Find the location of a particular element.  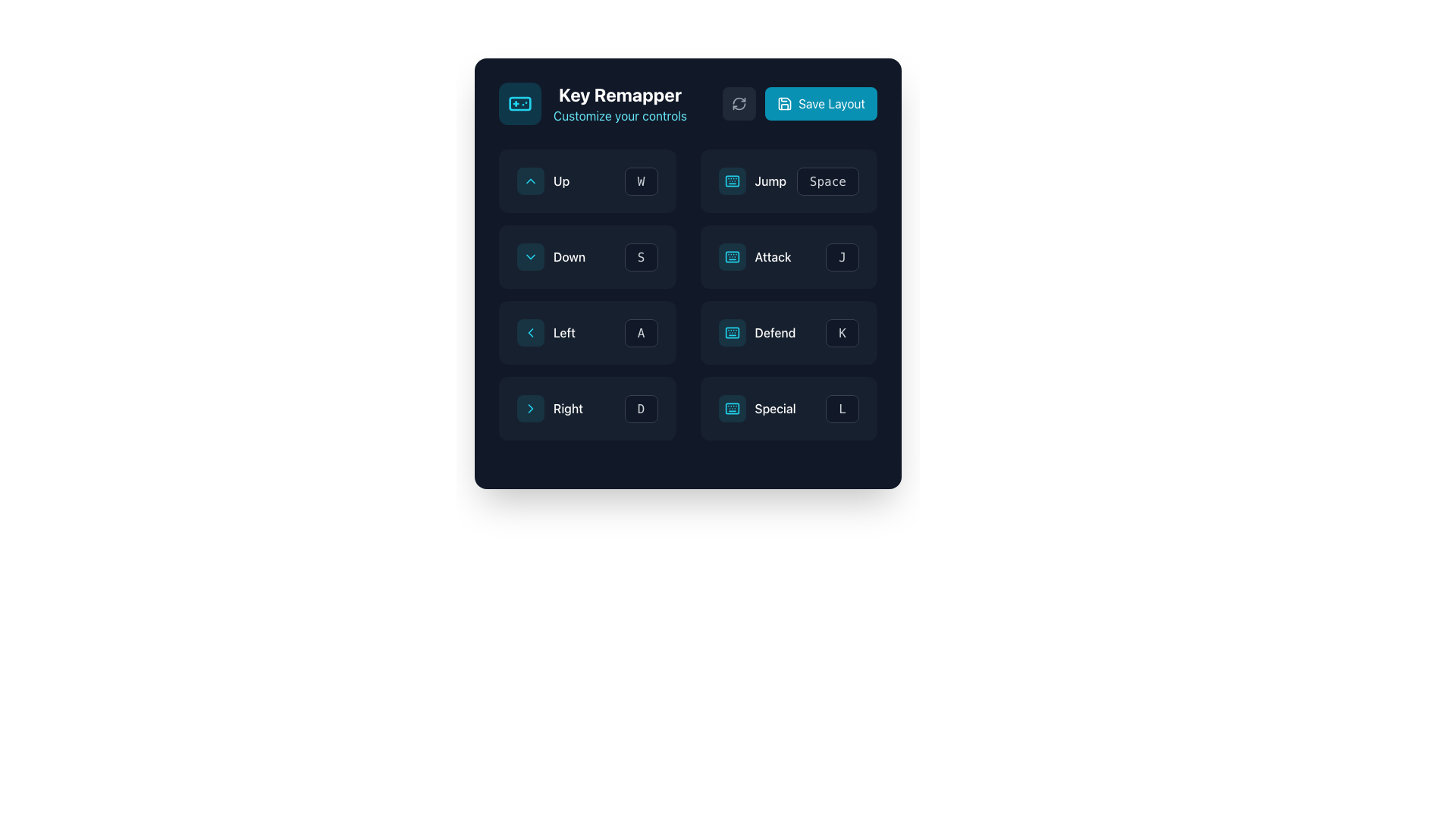

the 'D' key binding button, which is a rounded rectangle shaped button with a dark gray background, located in the bottom row of a 3x3 grid layout, second column from the left is located at coordinates (641, 408).